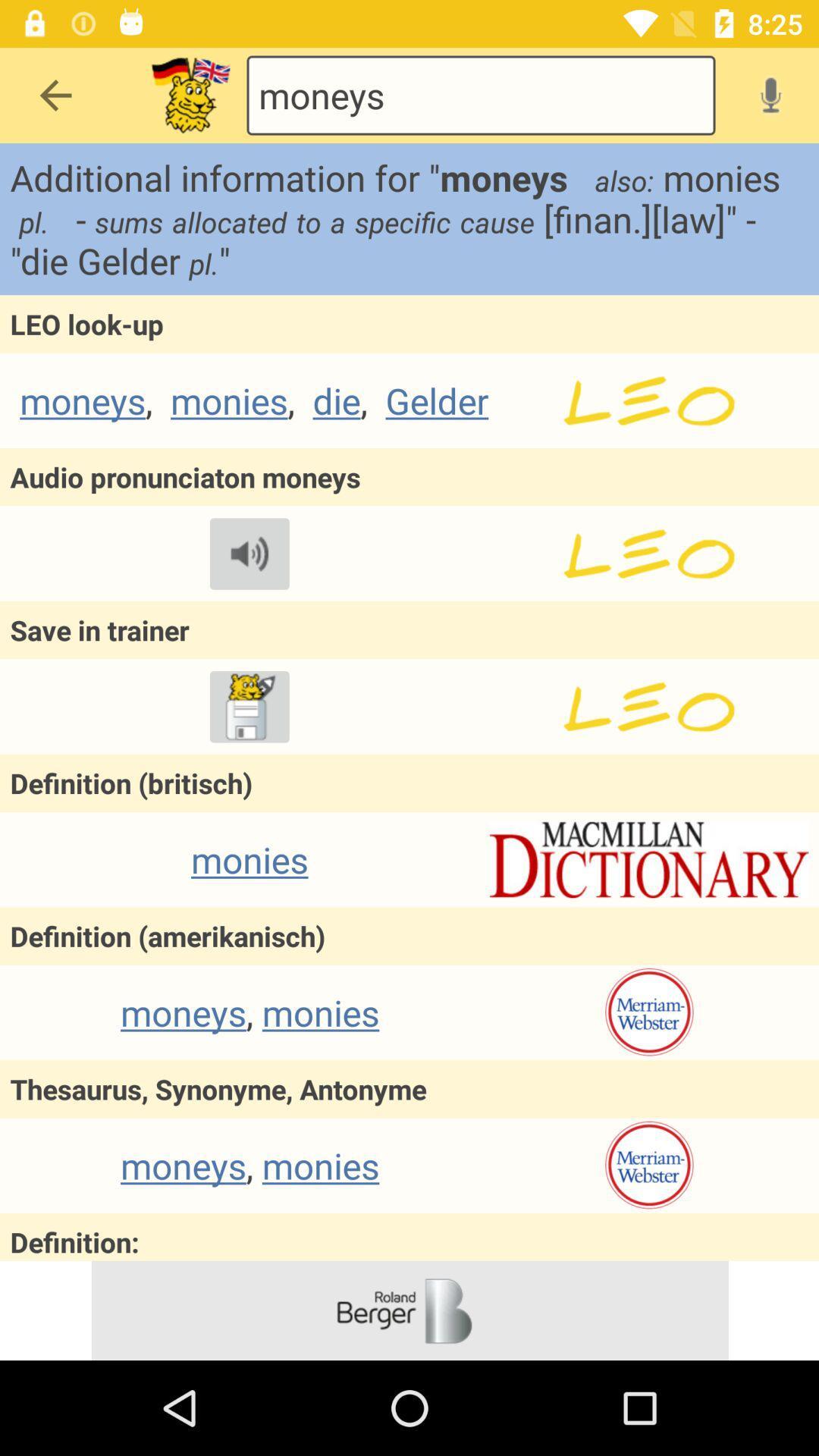 The image size is (819, 1456). I want to click on see the options, so click(190, 94).